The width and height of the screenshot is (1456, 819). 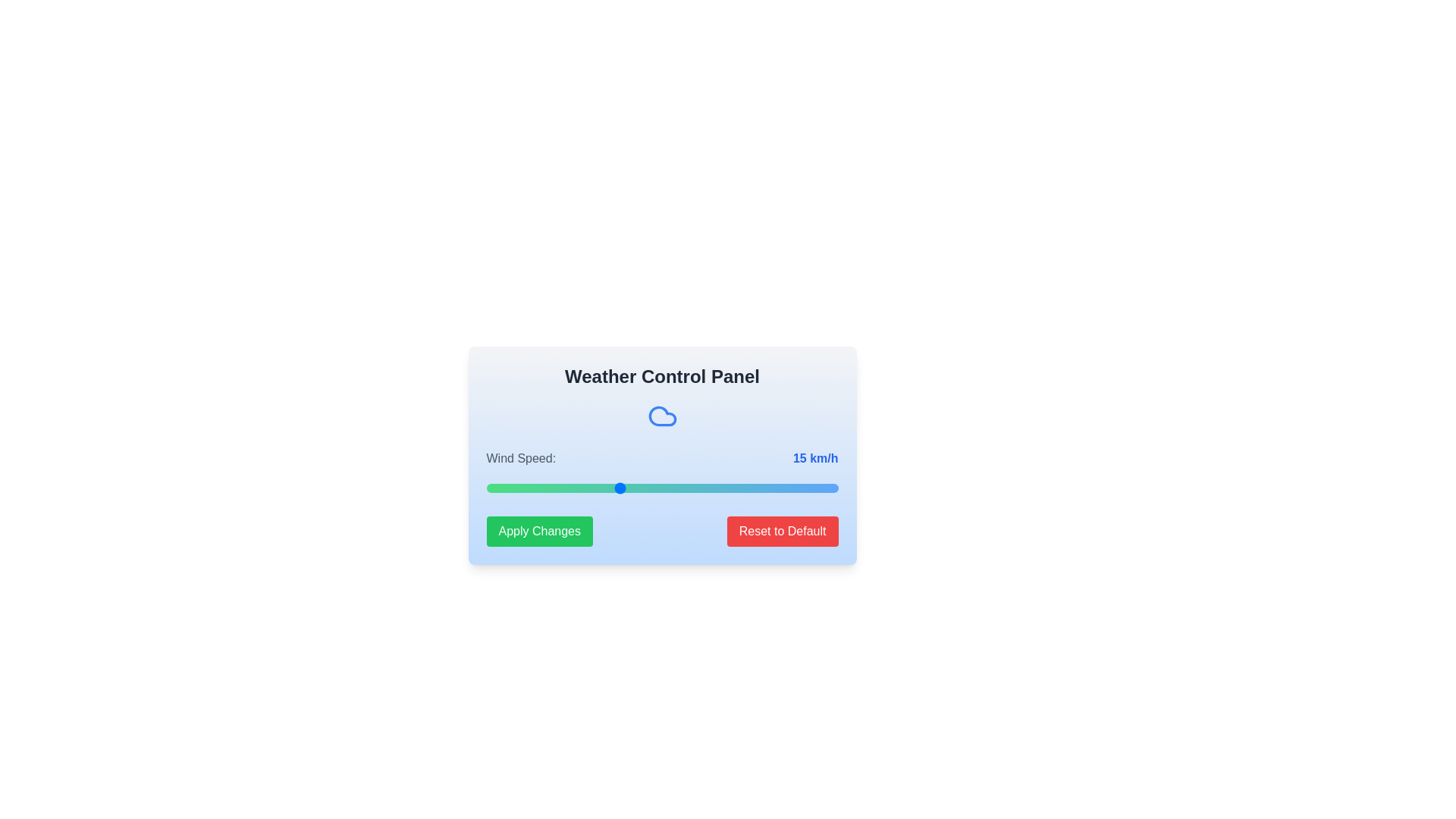 I want to click on the wind speed slider to set the wind speed to 0 km/h, so click(x=486, y=488).